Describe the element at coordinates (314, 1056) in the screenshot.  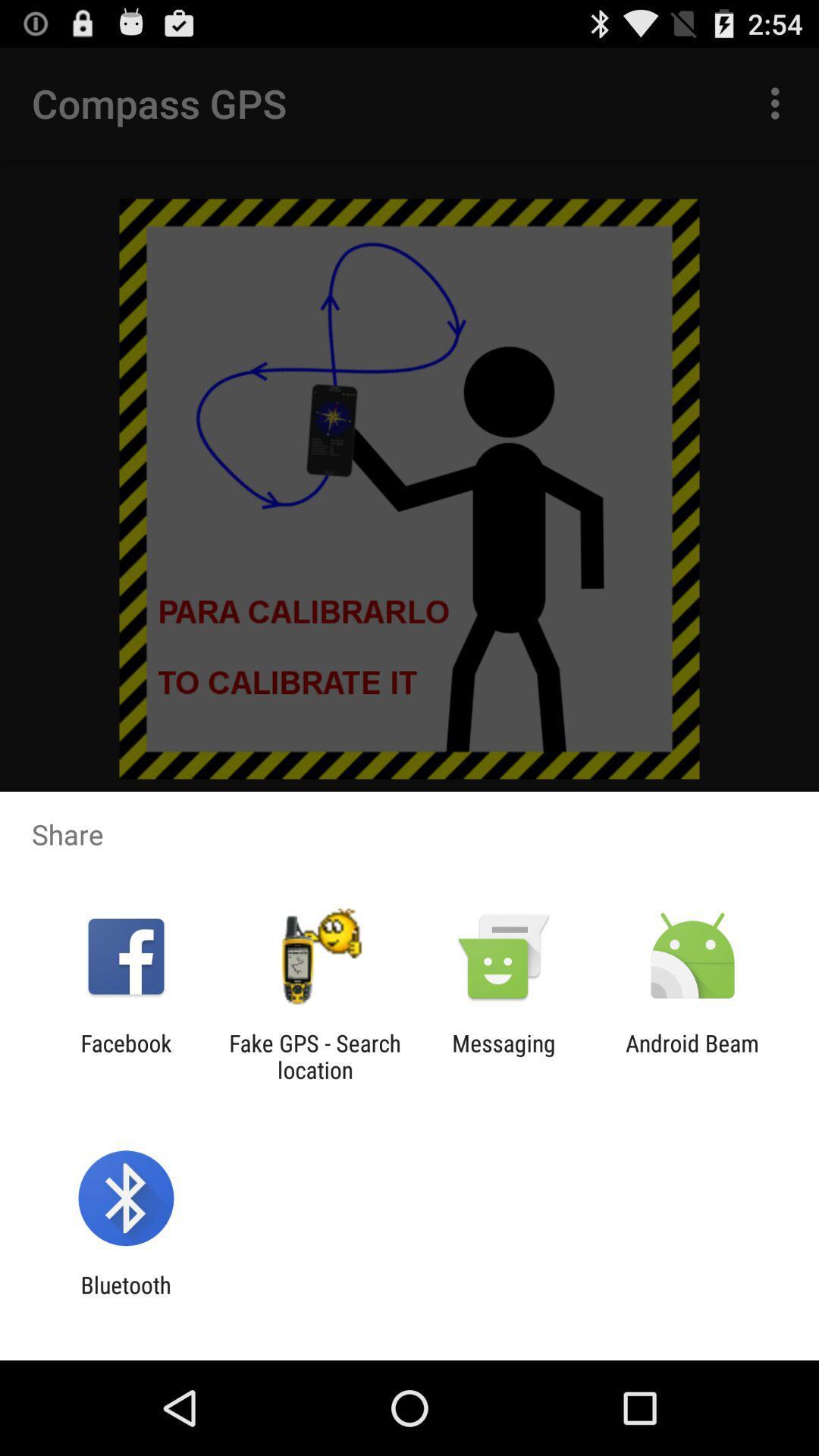
I see `item to the left of messaging item` at that location.